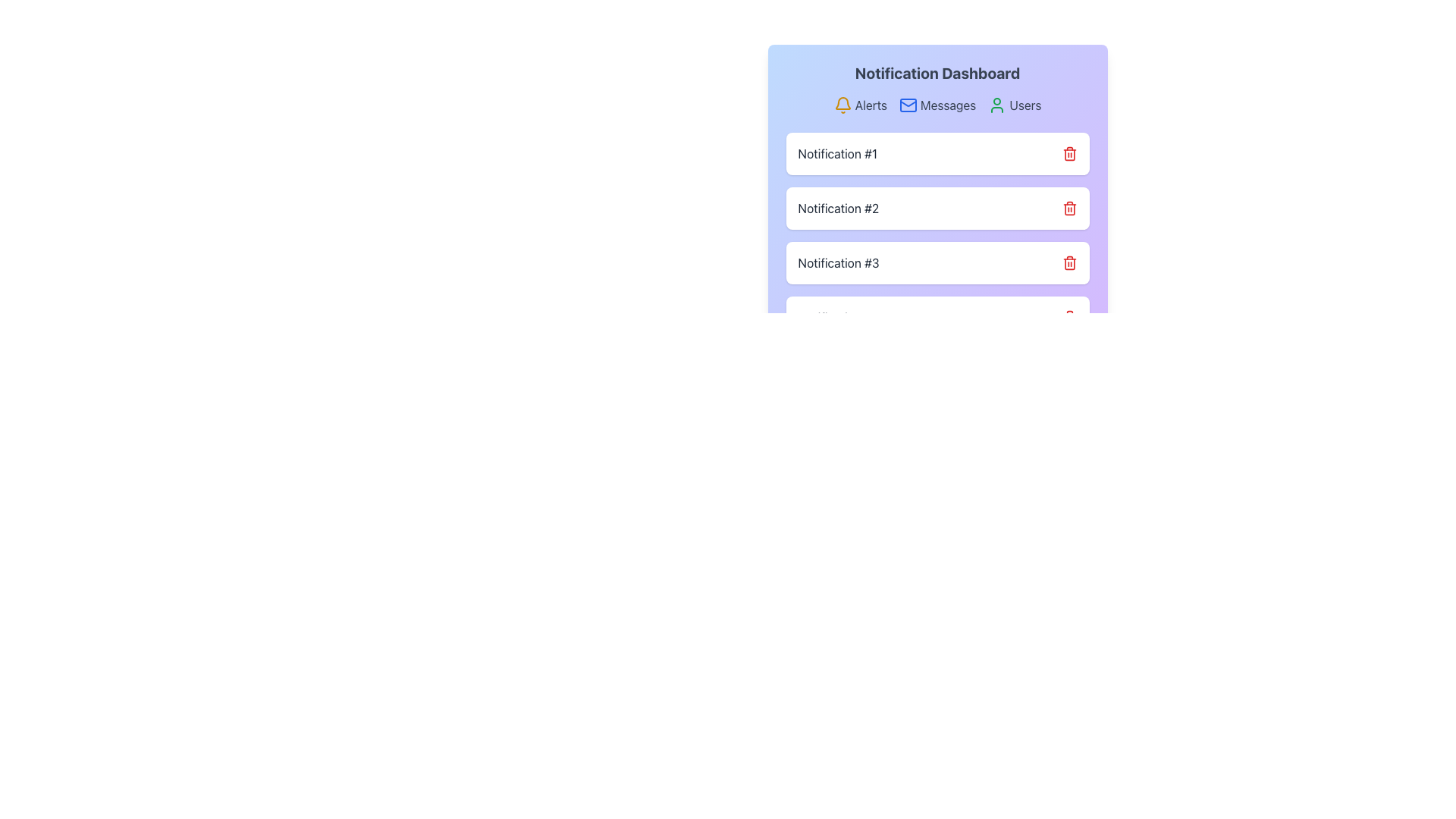 Image resolution: width=1456 pixels, height=819 pixels. I want to click on the Text label indicating messages, so click(947, 104).